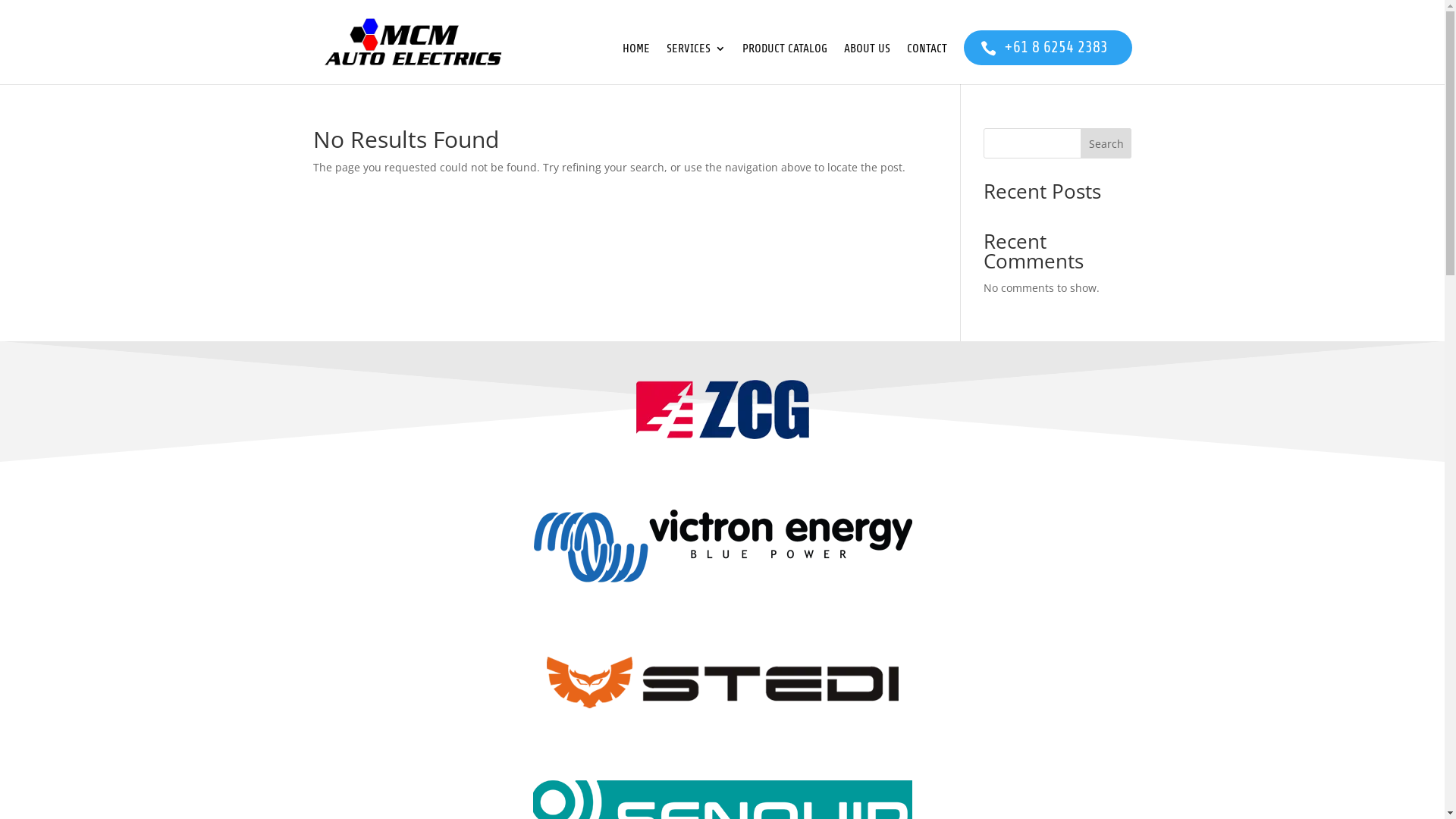  What do you see at coordinates (962, 46) in the screenshot?
I see `'+61 8 6254 2383'` at bounding box center [962, 46].